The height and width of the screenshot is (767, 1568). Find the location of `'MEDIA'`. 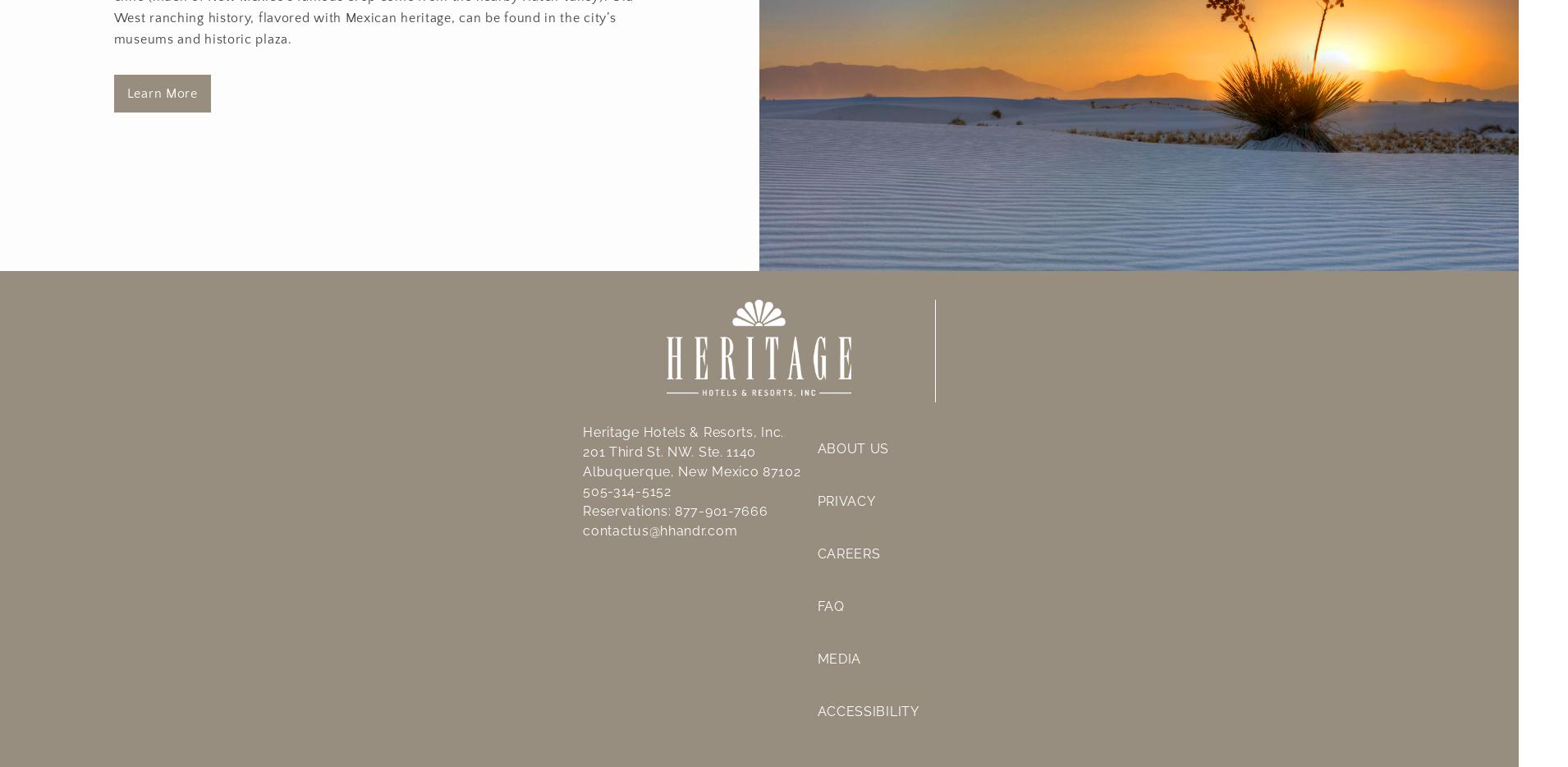

'MEDIA' is located at coordinates (838, 658).